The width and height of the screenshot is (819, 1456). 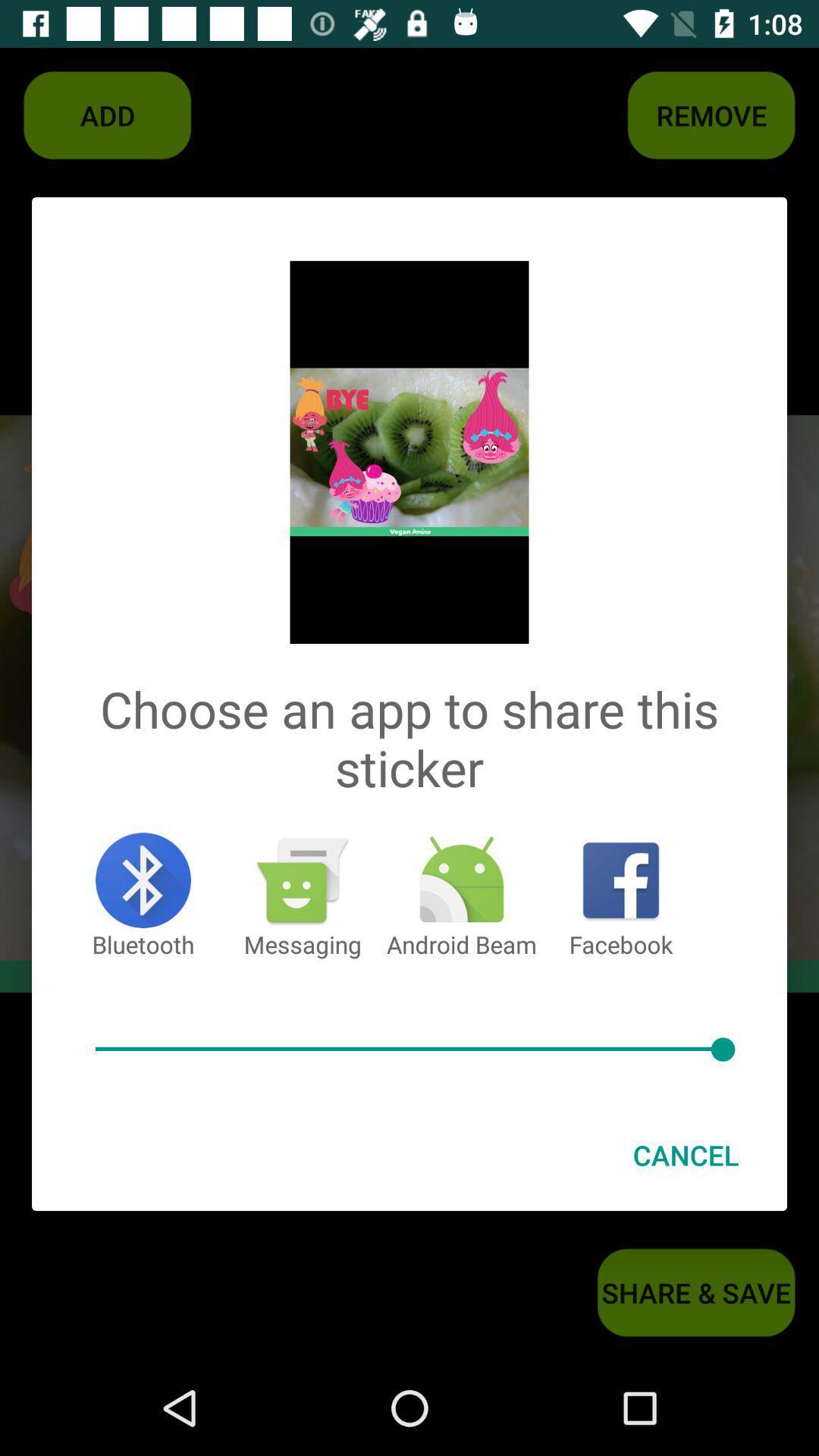 What do you see at coordinates (686, 1154) in the screenshot?
I see `the cancel` at bounding box center [686, 1154].